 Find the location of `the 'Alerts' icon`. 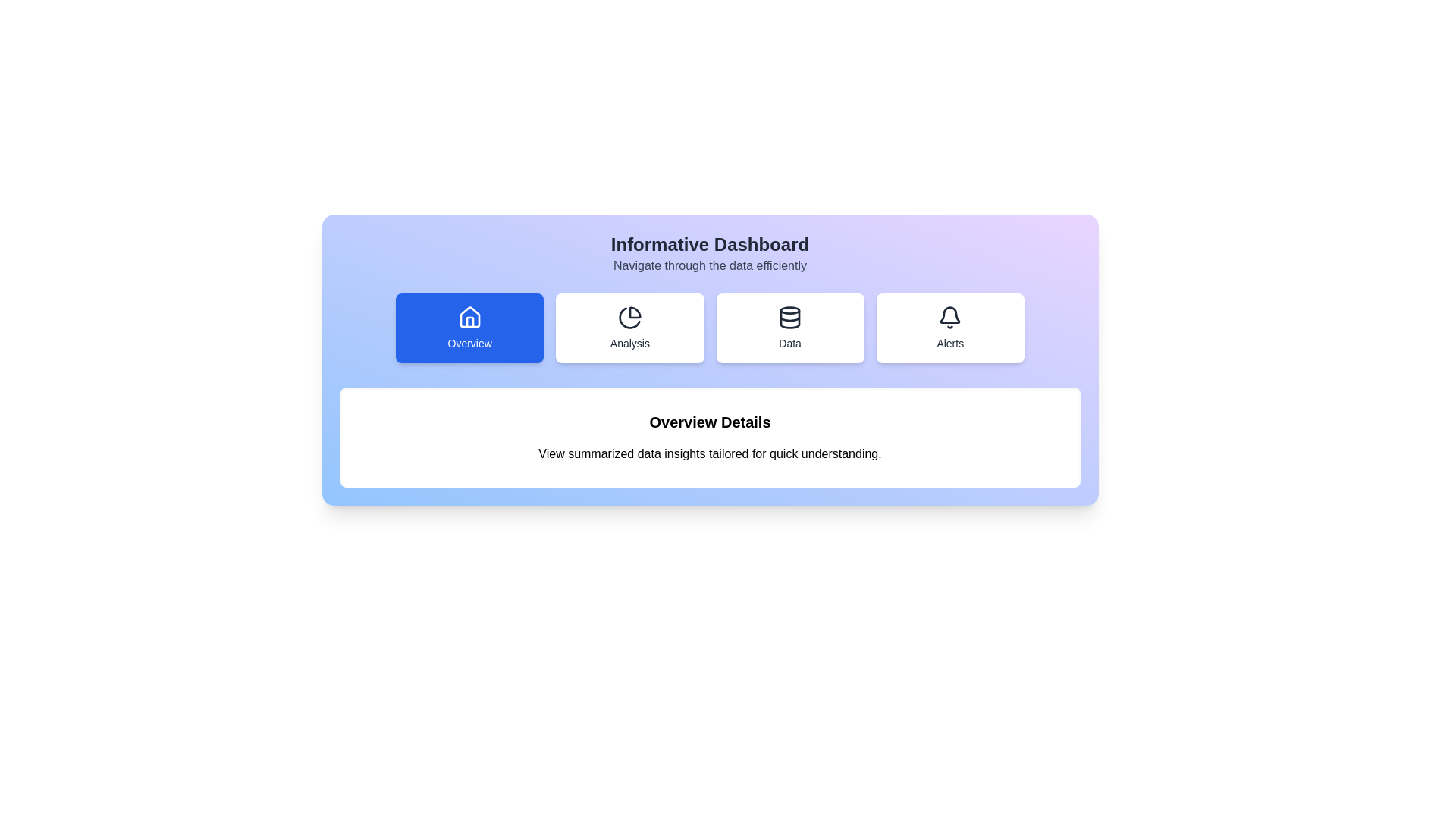

the 'Alerts' icon is located at coordinates (949, 314).